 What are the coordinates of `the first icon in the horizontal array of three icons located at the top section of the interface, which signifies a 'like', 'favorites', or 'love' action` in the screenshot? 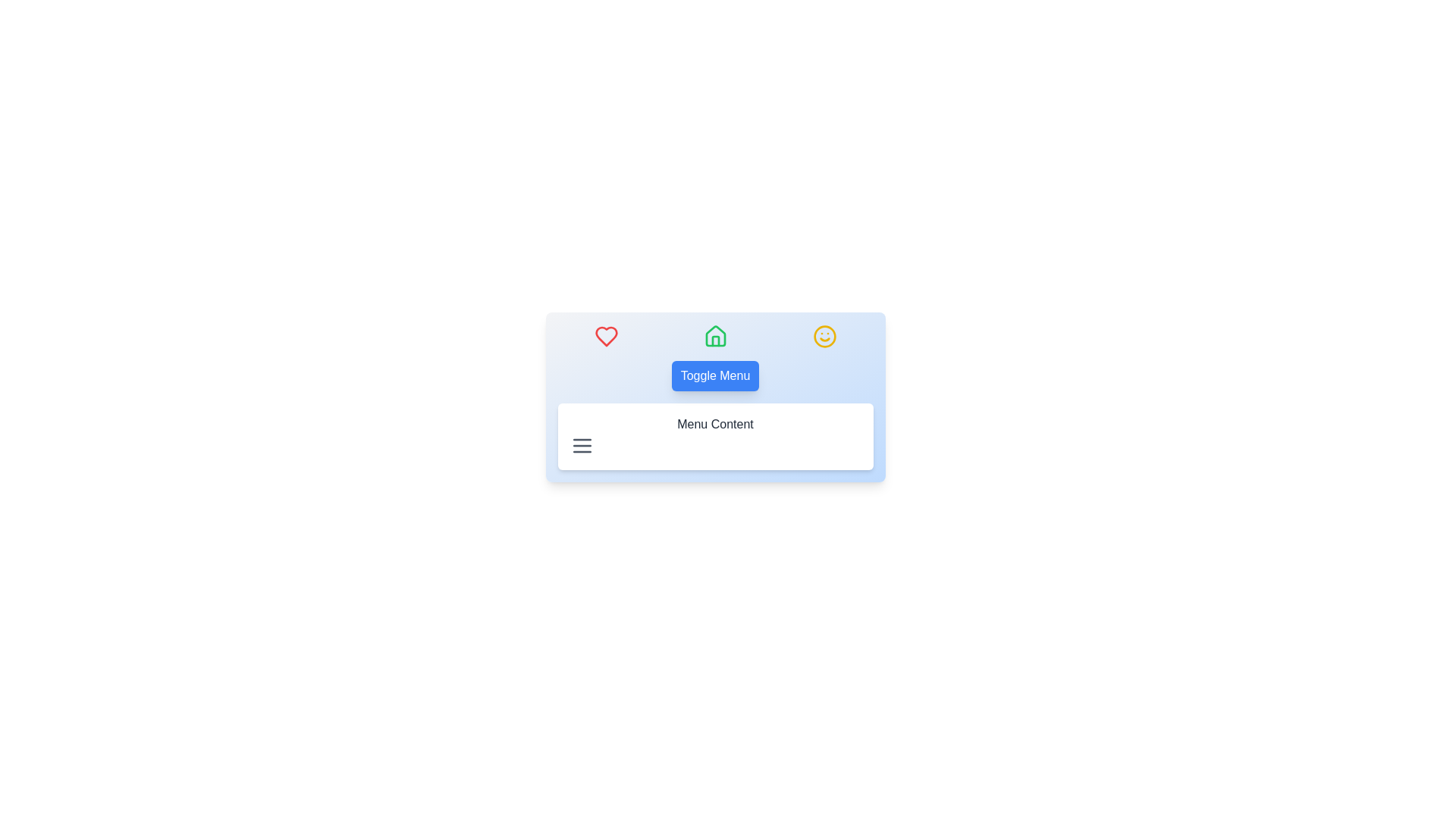 It's located at (605, 335).